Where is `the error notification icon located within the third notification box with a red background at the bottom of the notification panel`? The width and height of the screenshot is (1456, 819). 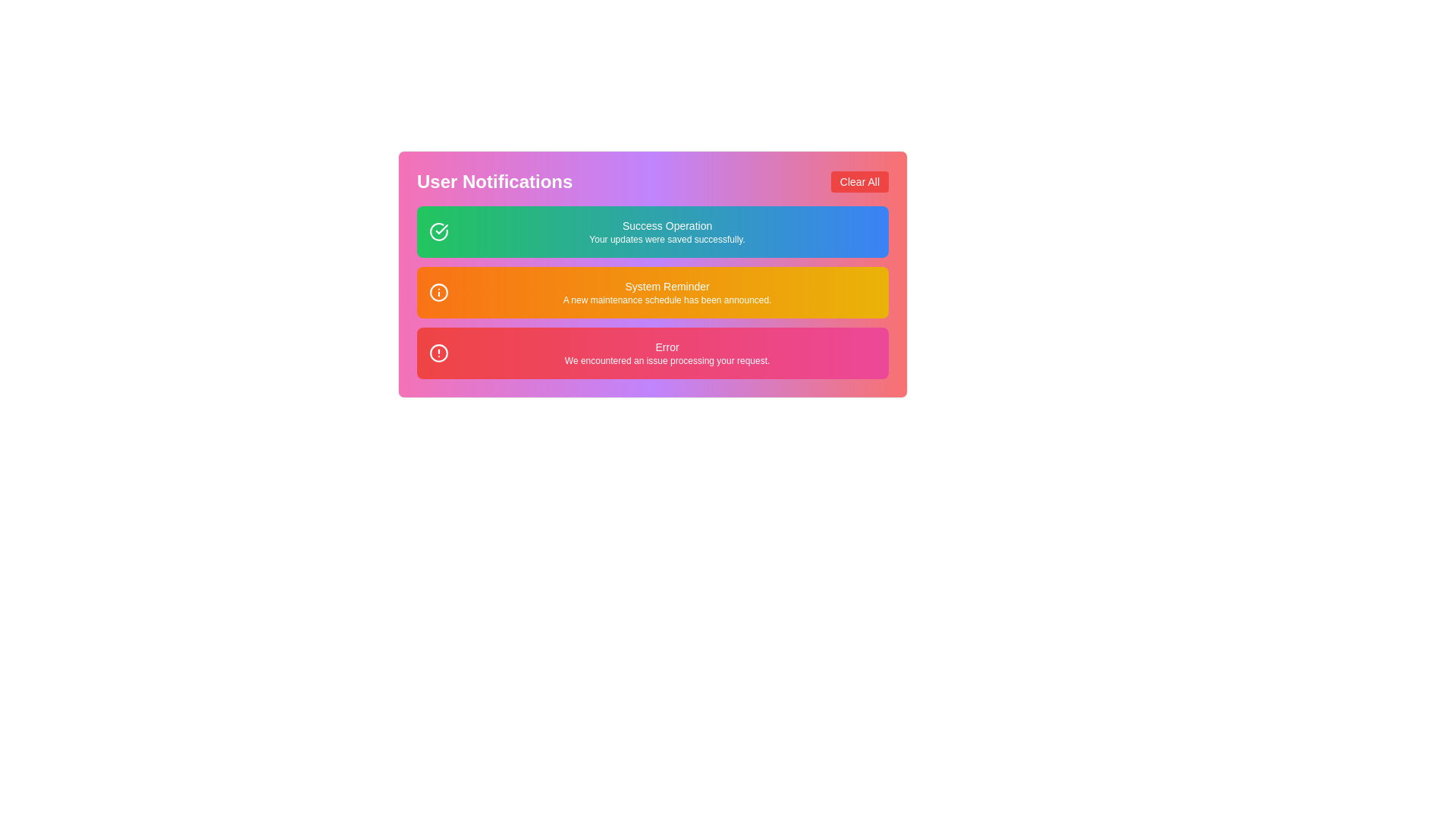
the error notification icon located within the third notification box with a red background at the bottom of the notification panel is located at coordinates (438, 353).